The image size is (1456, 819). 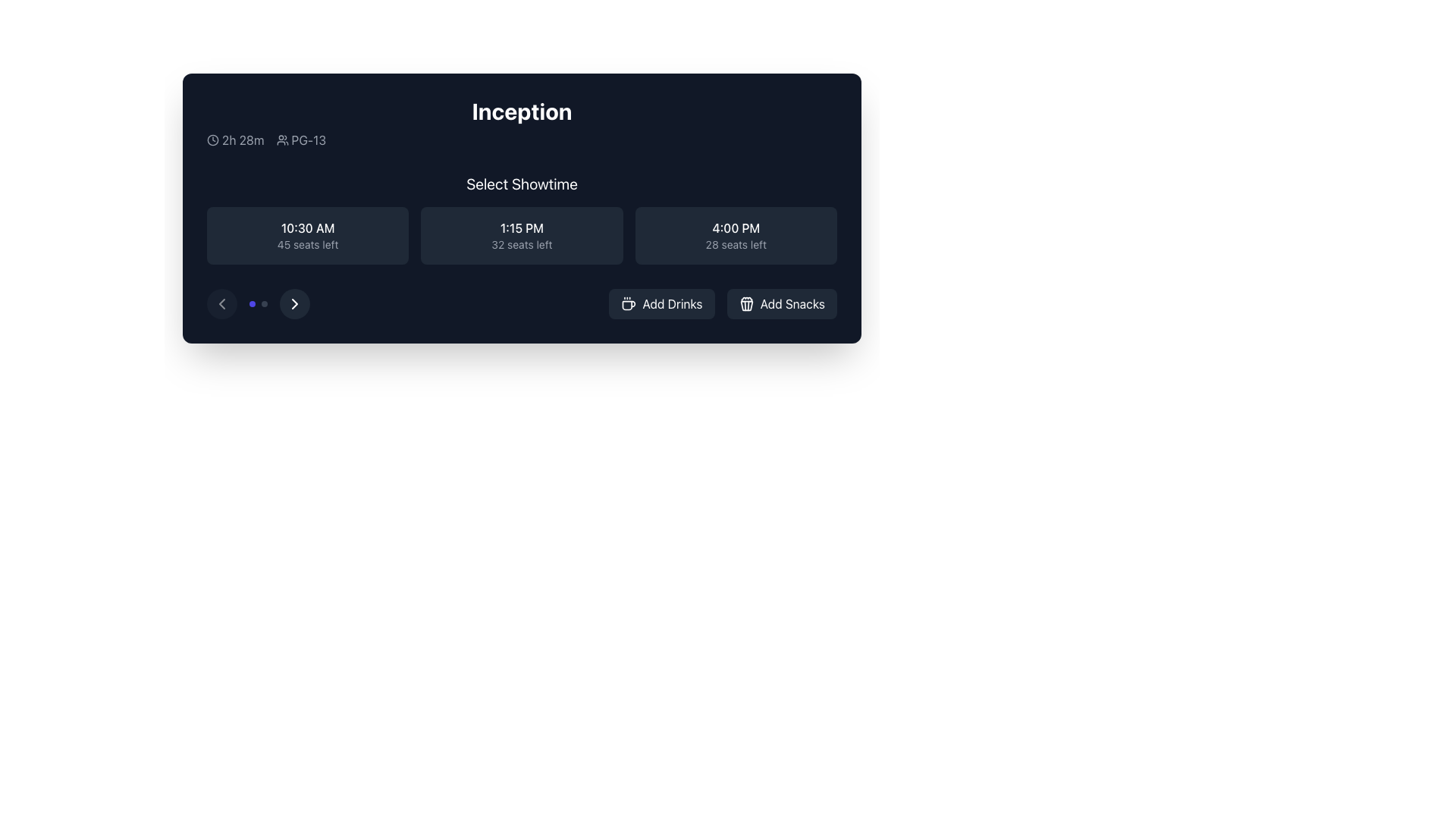 What do you see at coordinates (221, 304) in the screenshot?
I see `the left arrow Navigation icon located at the bottom left corner of the user interface section` at bounding box center [221, 304].